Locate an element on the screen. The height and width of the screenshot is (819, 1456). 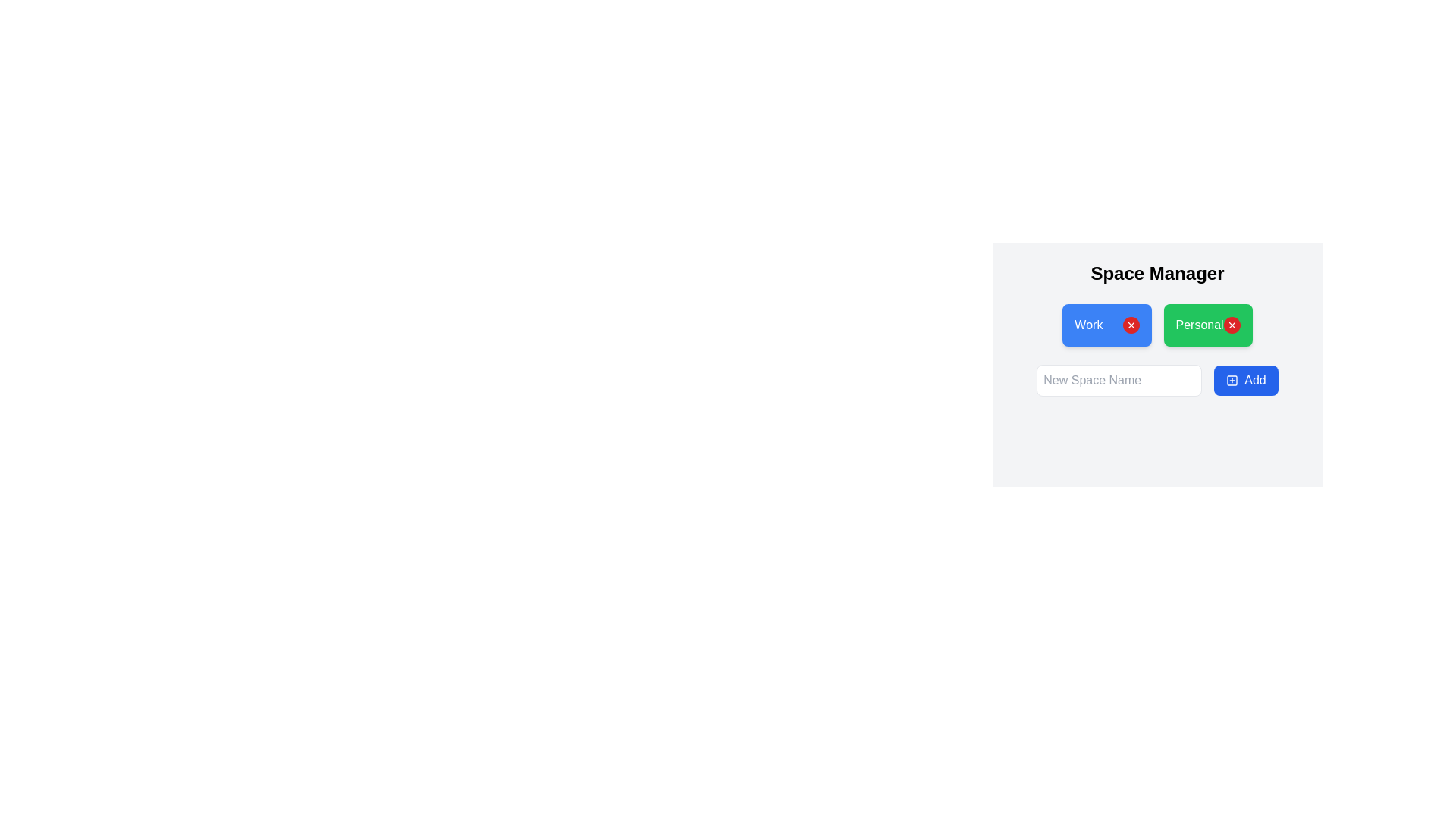
the delete or close button located in the top right corner of the green 'Personal' button is located at coordinates (1131, 324).